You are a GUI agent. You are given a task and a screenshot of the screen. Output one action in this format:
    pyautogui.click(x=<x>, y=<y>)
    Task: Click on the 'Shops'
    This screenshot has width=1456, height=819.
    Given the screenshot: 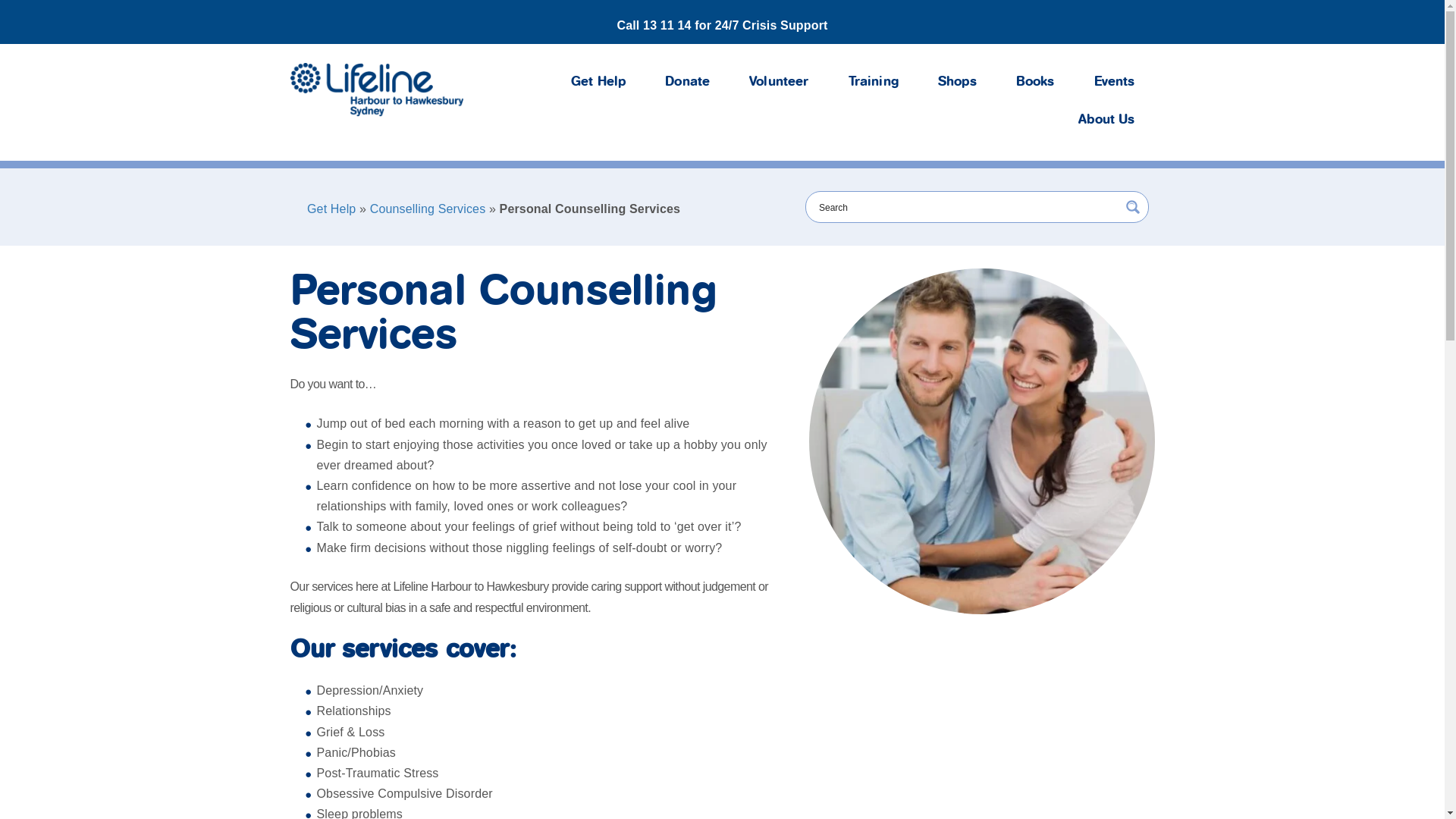 What is the action you would take?
    pyautogui.click(x=956, y=82)
    